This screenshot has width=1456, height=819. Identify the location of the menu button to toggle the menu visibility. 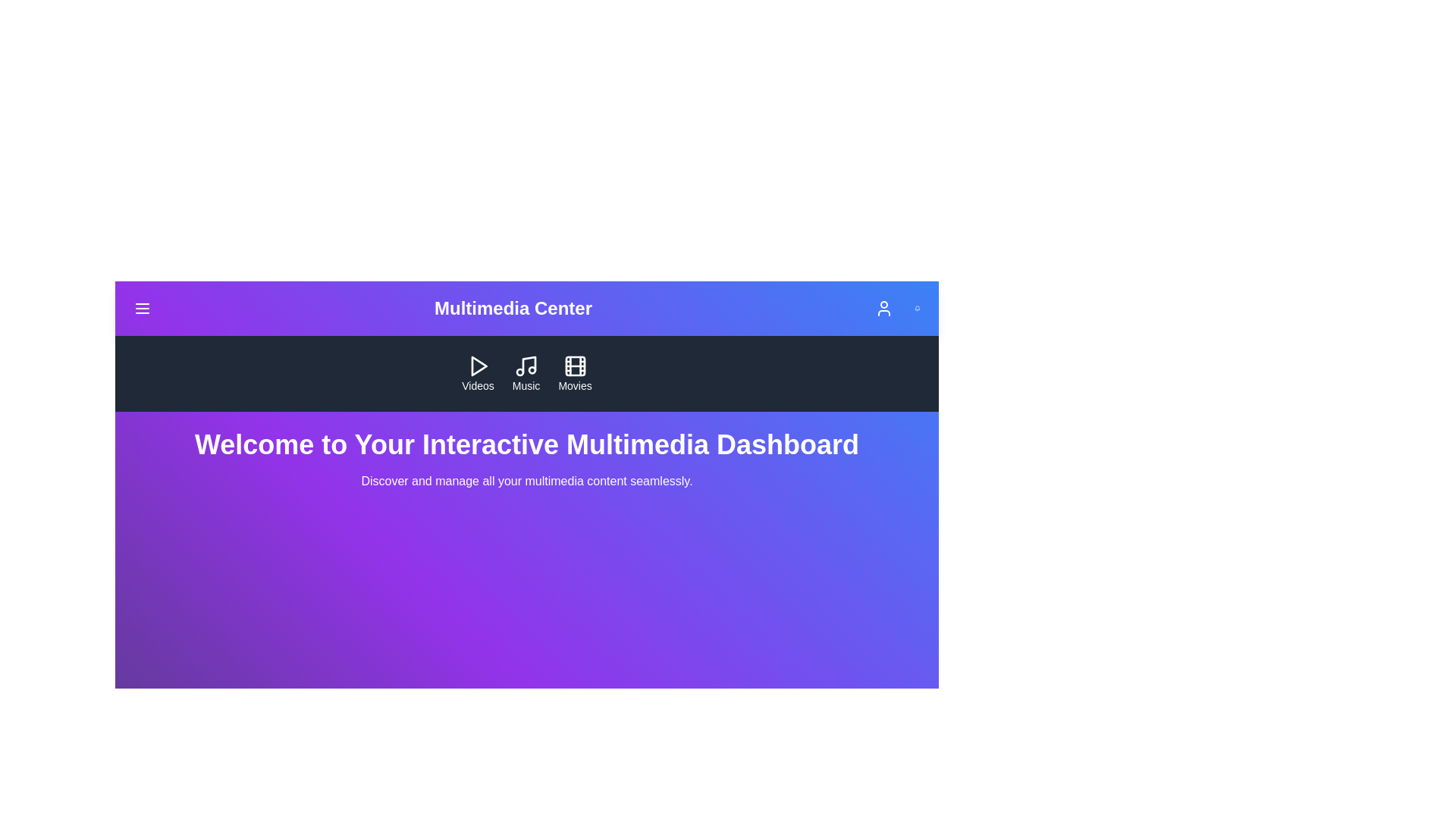
(142, 308).